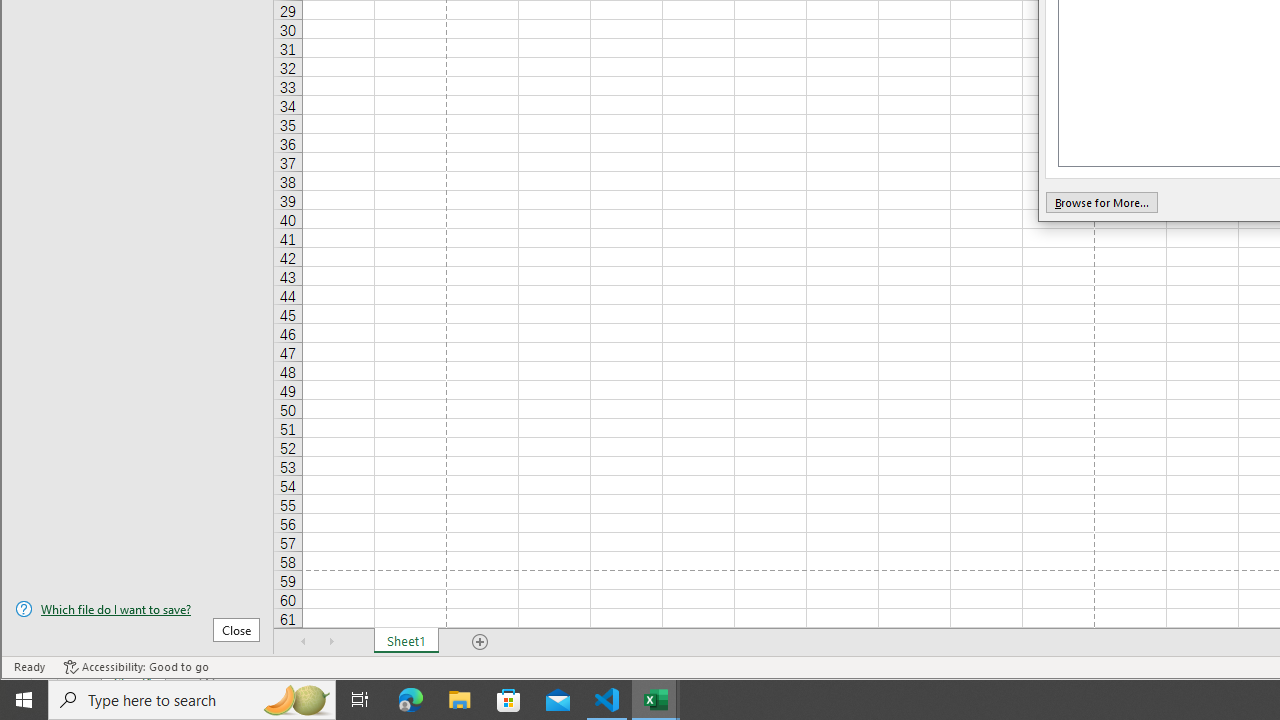  I want to click on 'Start', so click(24, 698).